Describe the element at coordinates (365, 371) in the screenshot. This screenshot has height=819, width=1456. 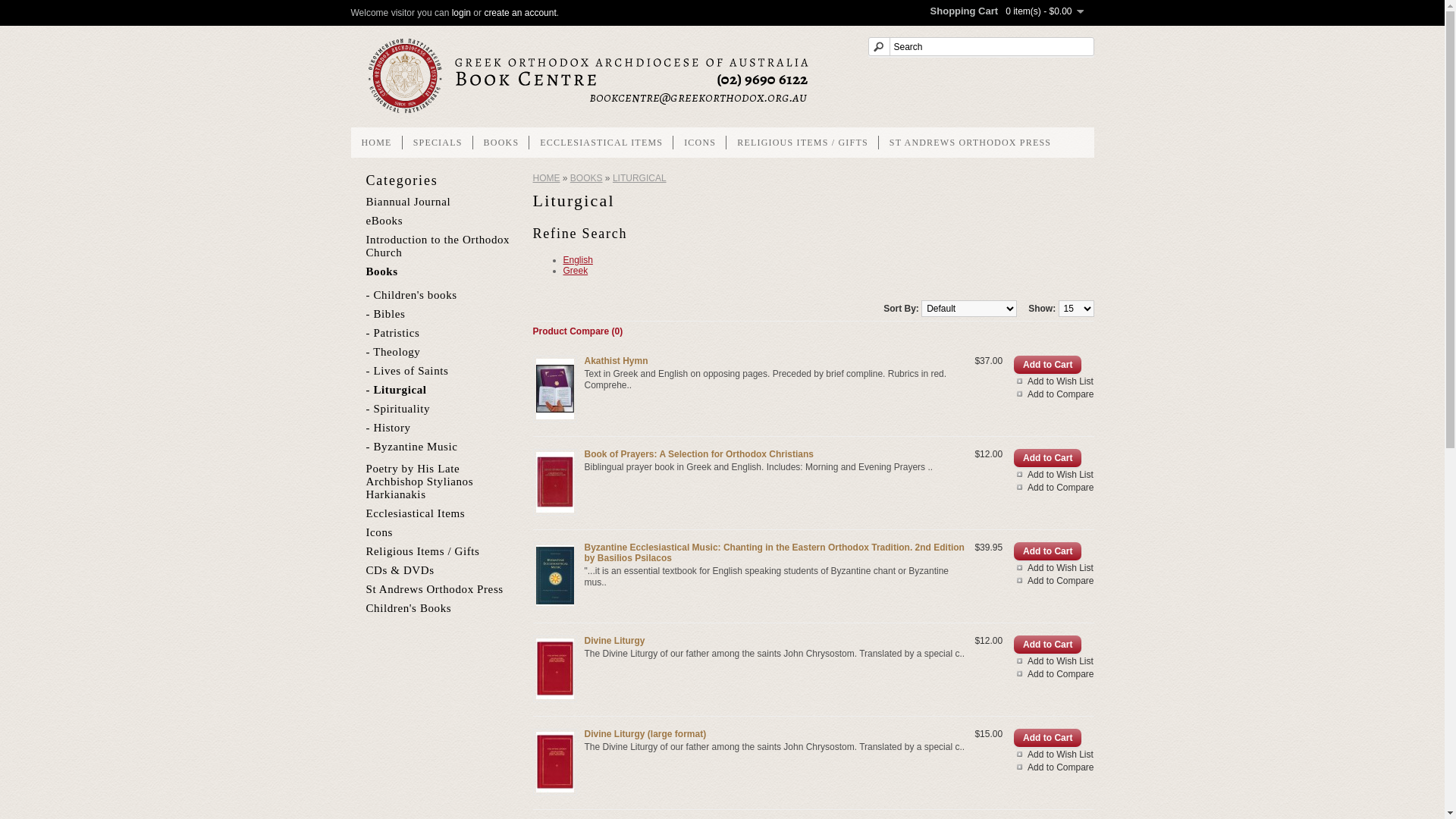
I see `'- Lives of Saints'` at that location.